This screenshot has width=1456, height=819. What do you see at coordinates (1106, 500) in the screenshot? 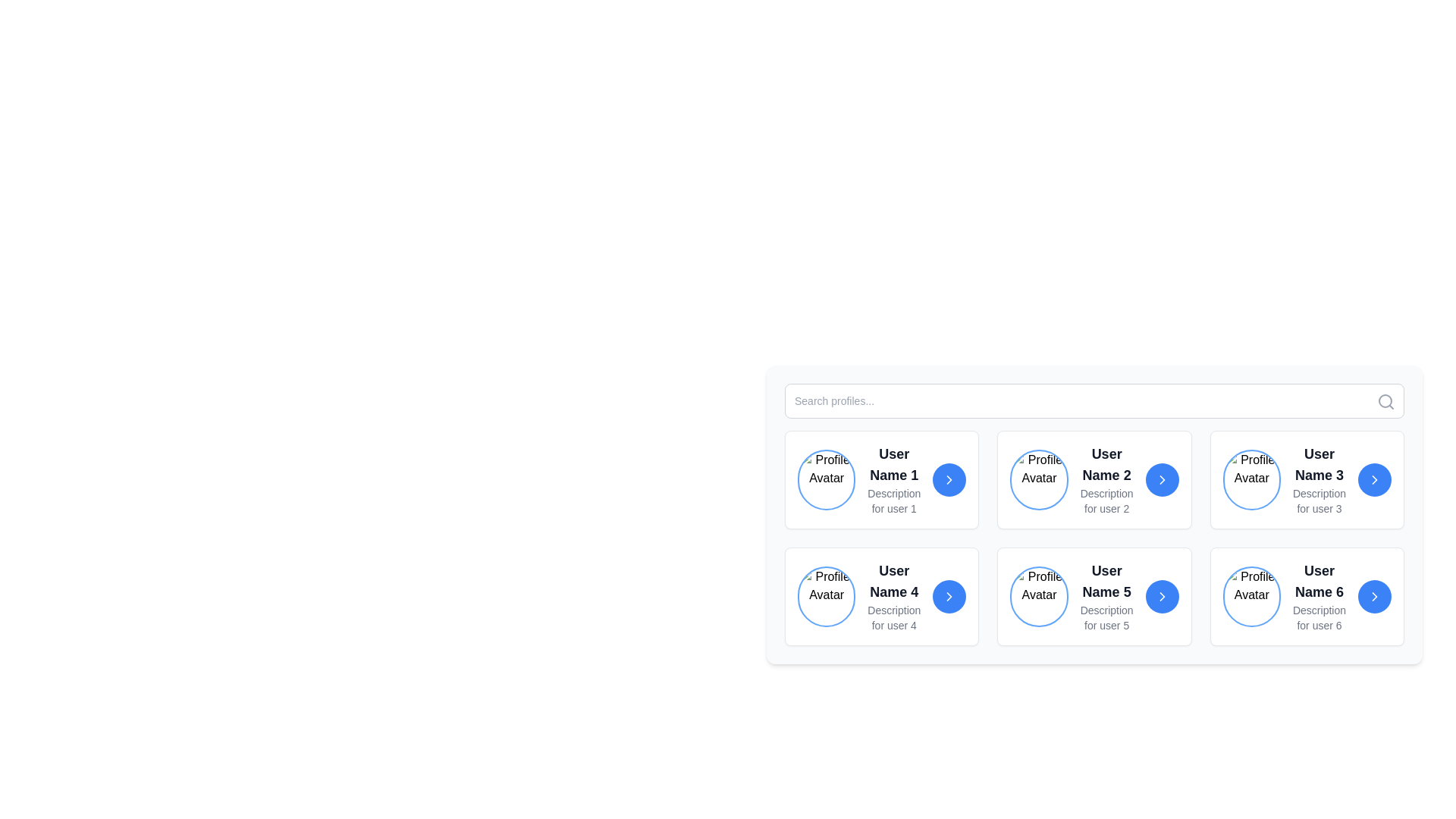
I see `the text label displaying 'Description for user 2', which is located below 'User Name 2' in the second profile card of the grid structure` at bounding box center [1106, 500].